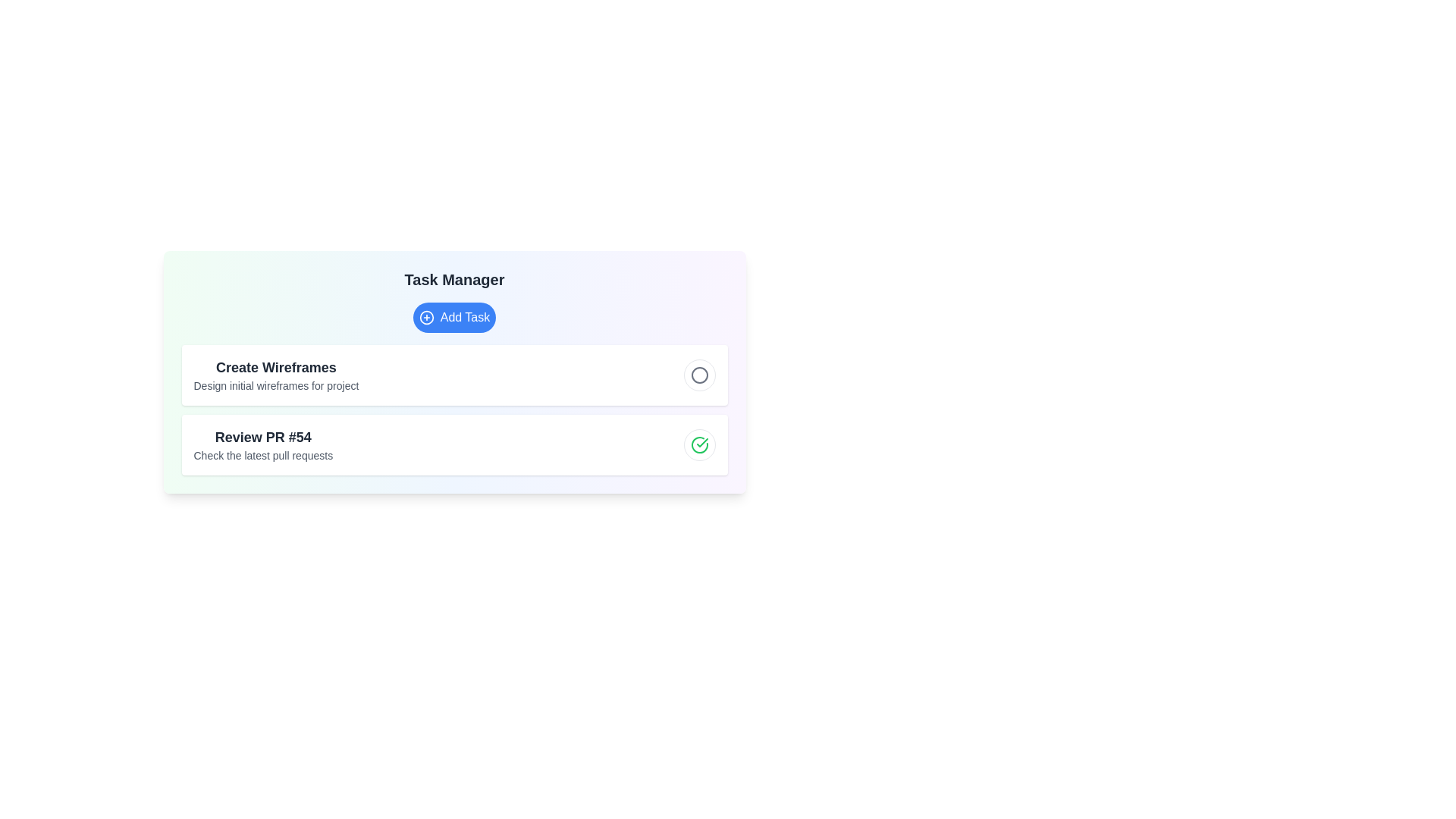  Describe the element at coordinates (453, 317) in the screenshot. I see `the 'Add Task' button to add a new task` at that location.